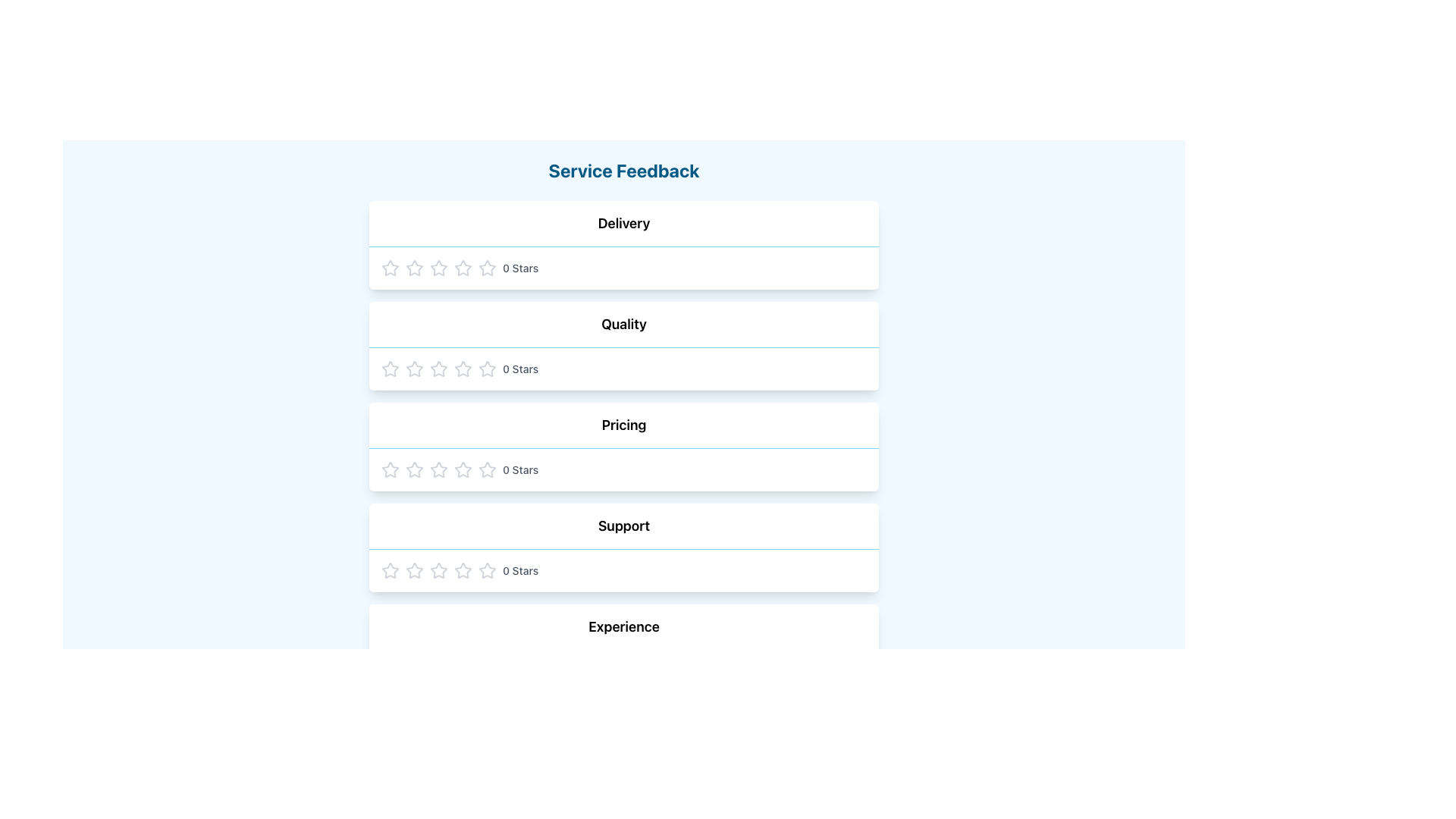  I want to click on the first star icon, so click(415, 469).